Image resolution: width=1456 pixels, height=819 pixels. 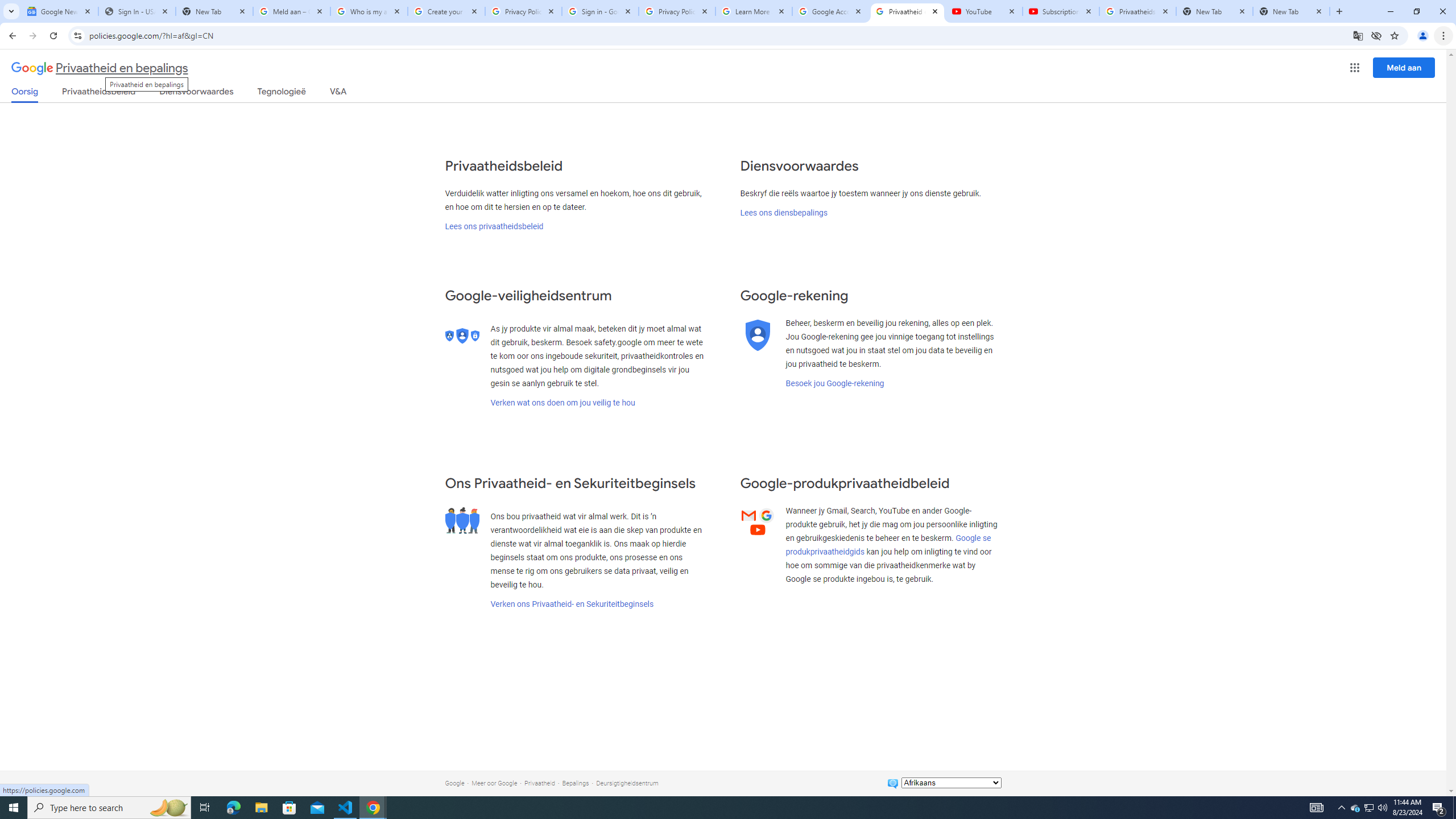 What do you see at coordinates (888, 544) in the screenshot?
I see `'Google se produkprivaatheidgids'` at bounding box center [888, 544].